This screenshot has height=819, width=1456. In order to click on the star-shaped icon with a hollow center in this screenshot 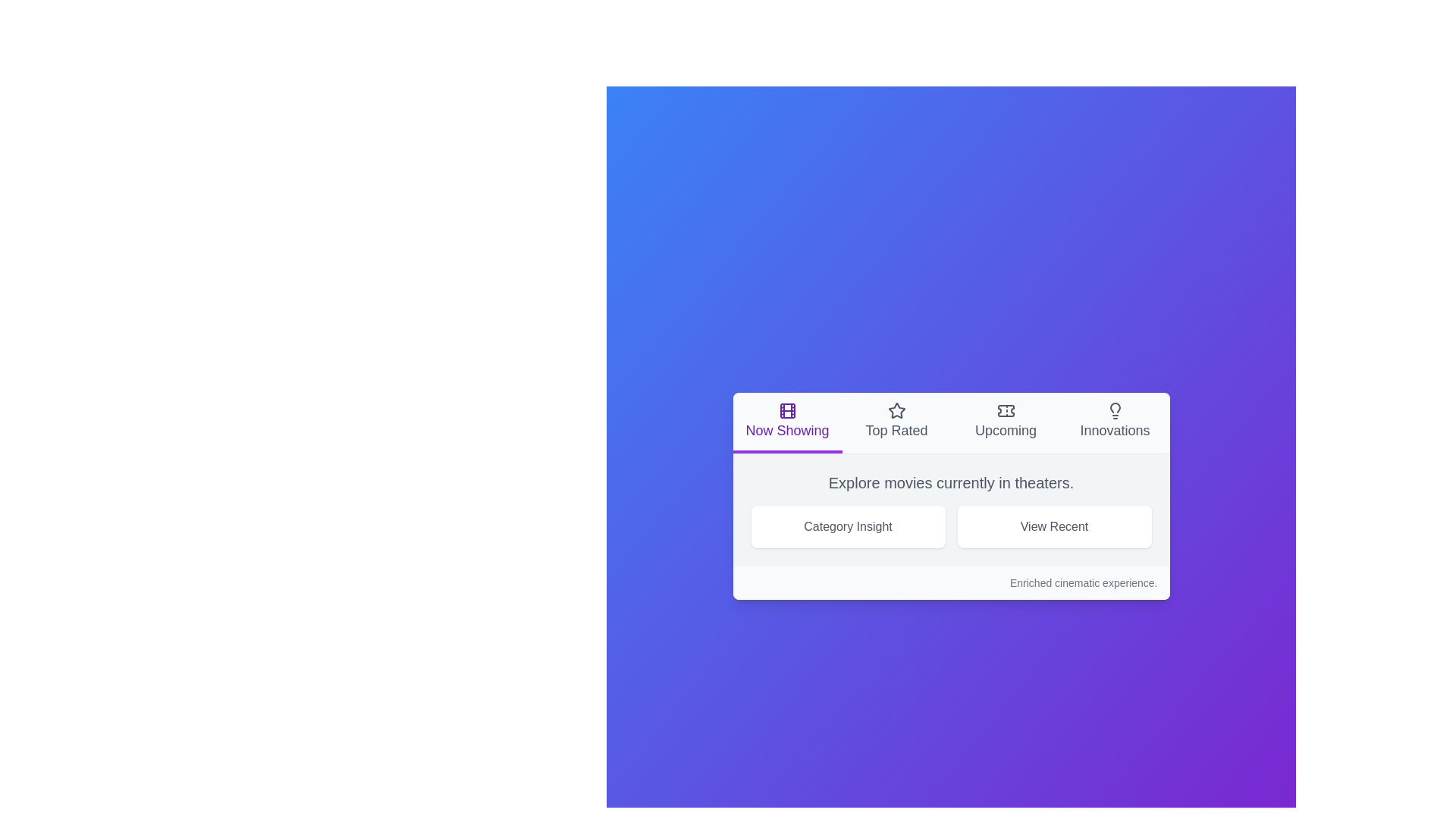, I will do `click(896, 410)`.